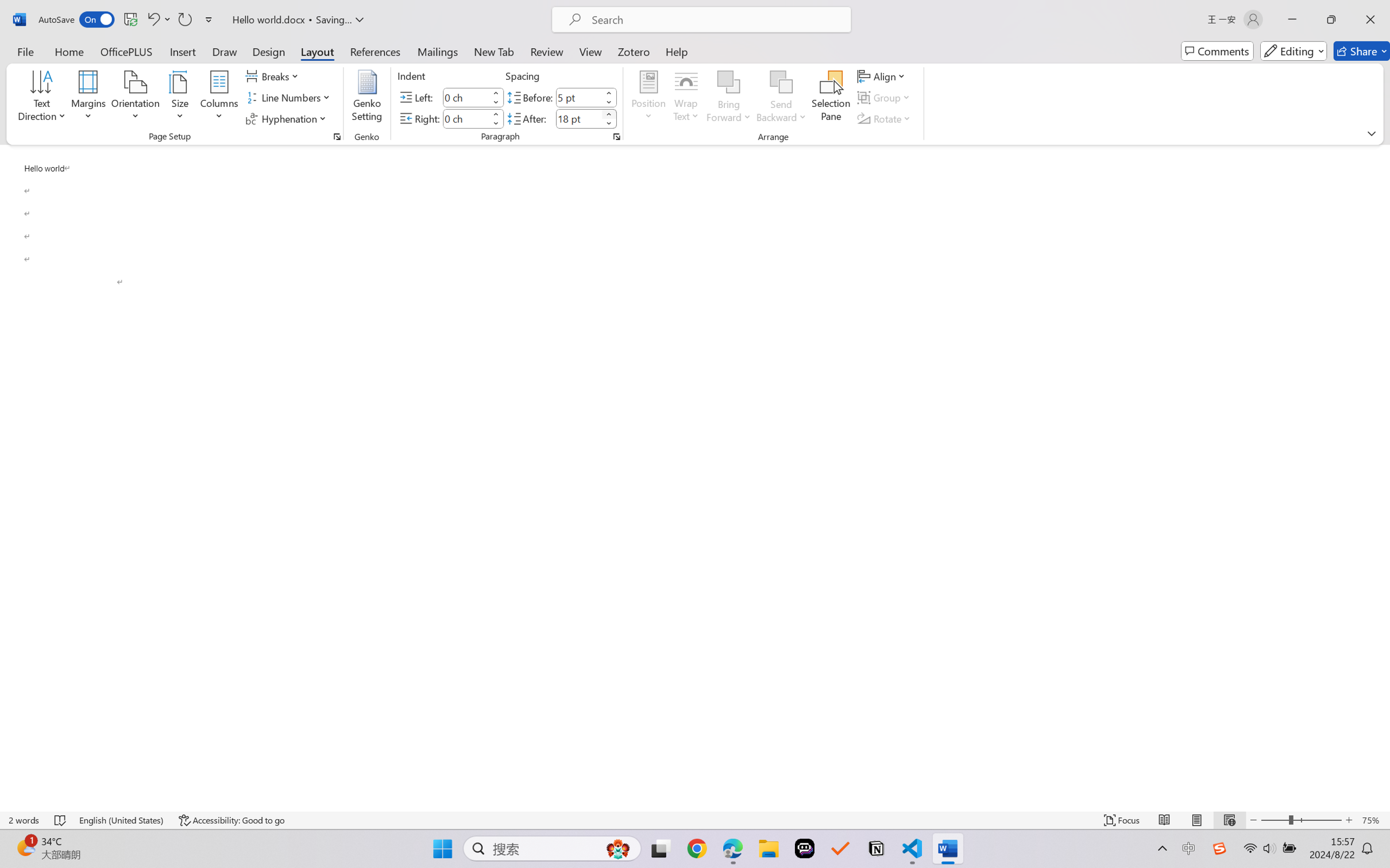 This screenshot has width=1390, height=868. What do you see at coordinates (60, 820) in the screenshot?
I see `'Spelling and Grammar Check No Errors'` at bounding box center [60, 820].